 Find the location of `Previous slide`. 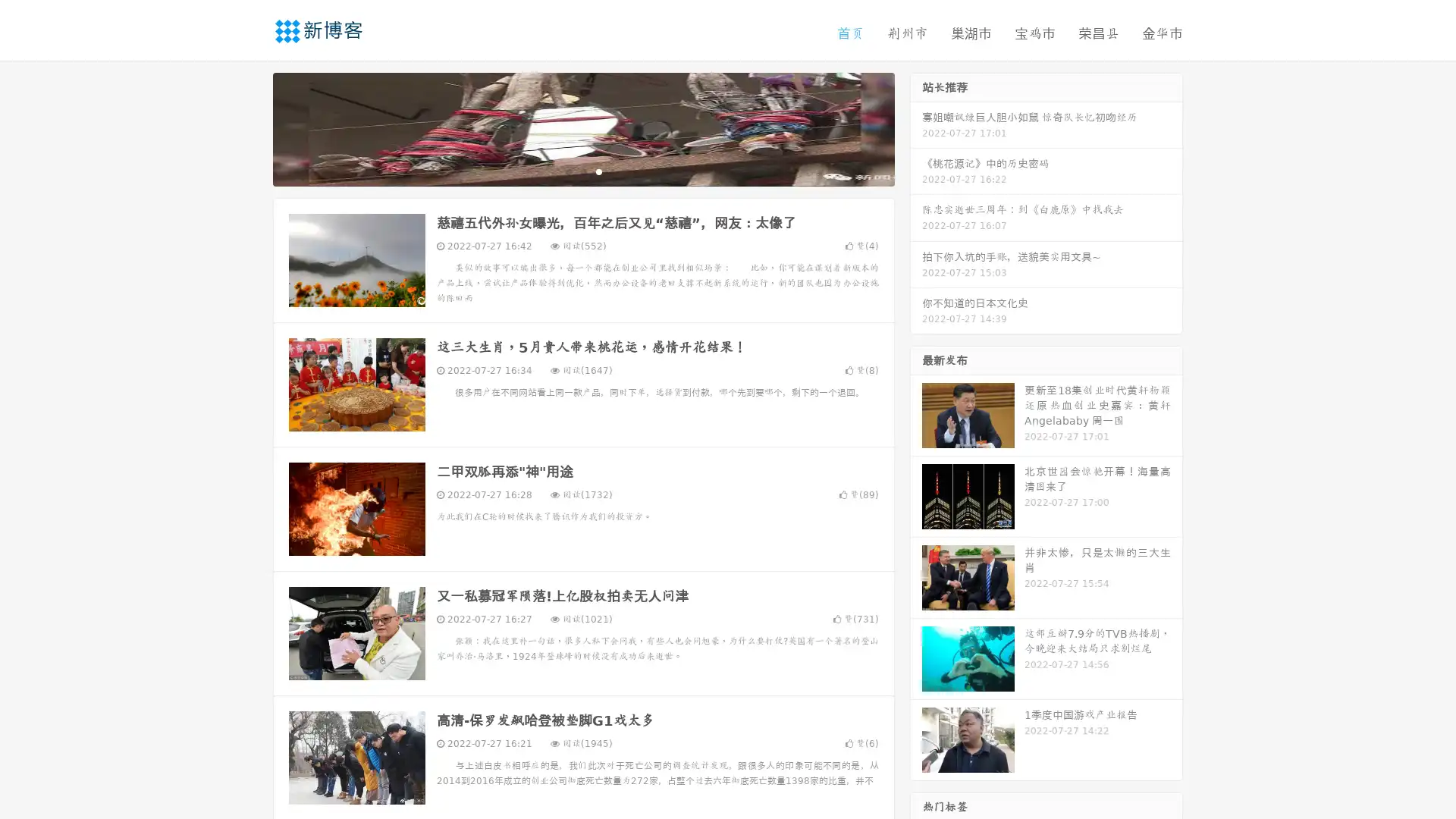

Previous slide is located at coordinates (250, 127).